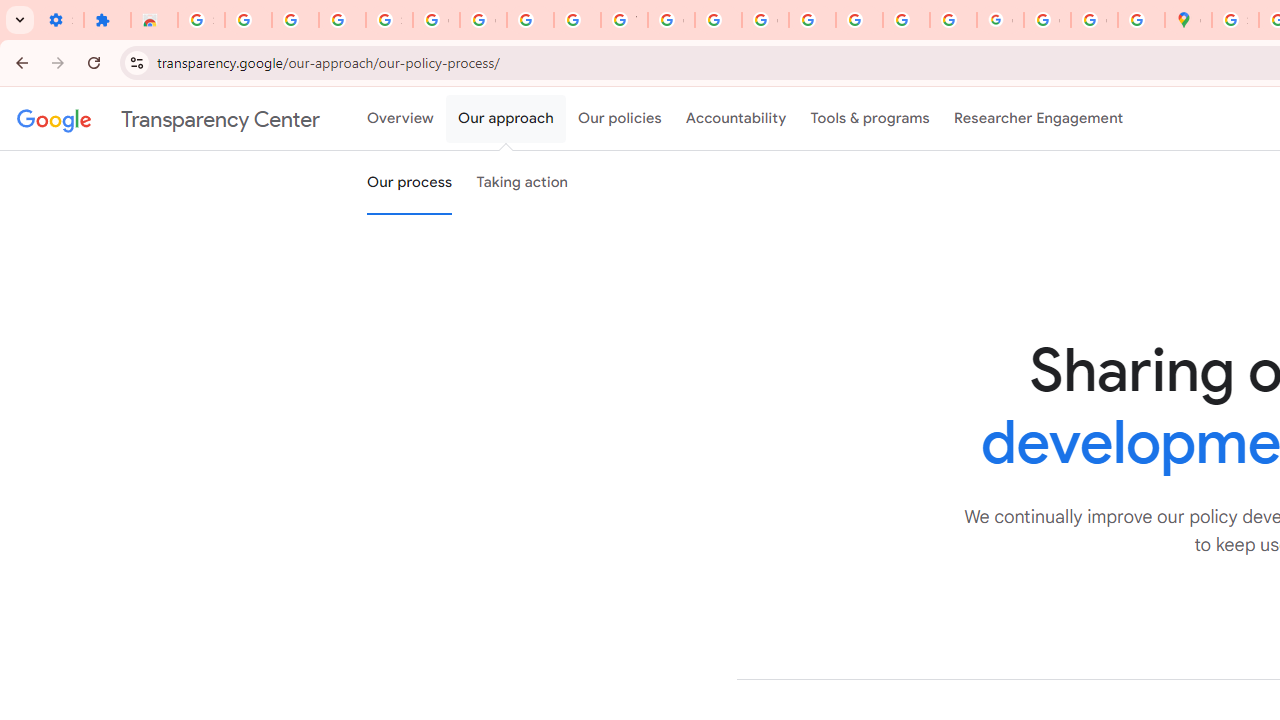 This screenshot has width=1280, height=720. I want to click on 'Accountability', so click(735, 119).